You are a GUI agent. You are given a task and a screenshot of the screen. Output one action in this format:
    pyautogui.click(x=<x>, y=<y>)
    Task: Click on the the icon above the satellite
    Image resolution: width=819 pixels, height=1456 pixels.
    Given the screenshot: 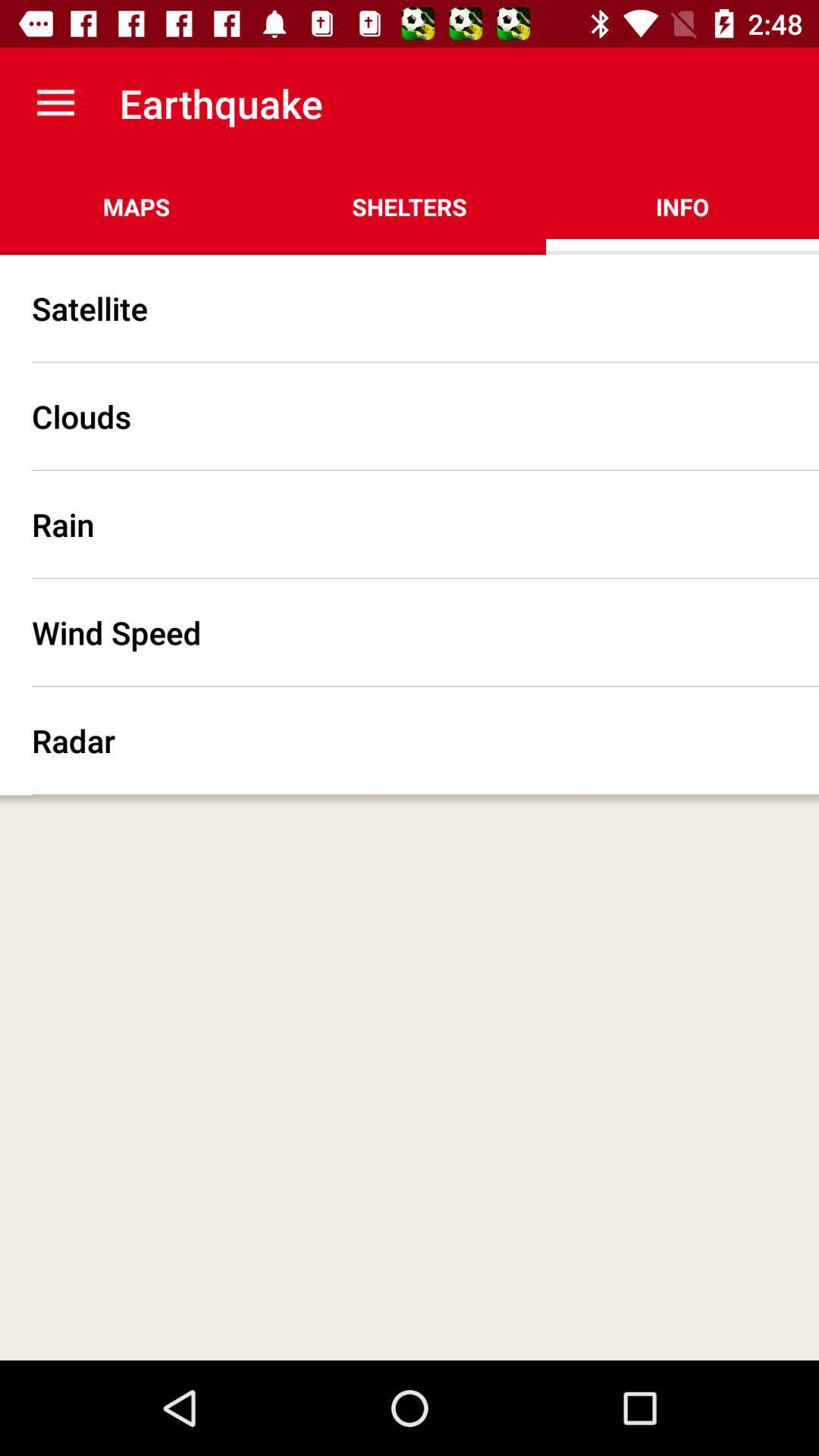 What is the action you would take?
    pyautogui.click(x=136, y=206)
    